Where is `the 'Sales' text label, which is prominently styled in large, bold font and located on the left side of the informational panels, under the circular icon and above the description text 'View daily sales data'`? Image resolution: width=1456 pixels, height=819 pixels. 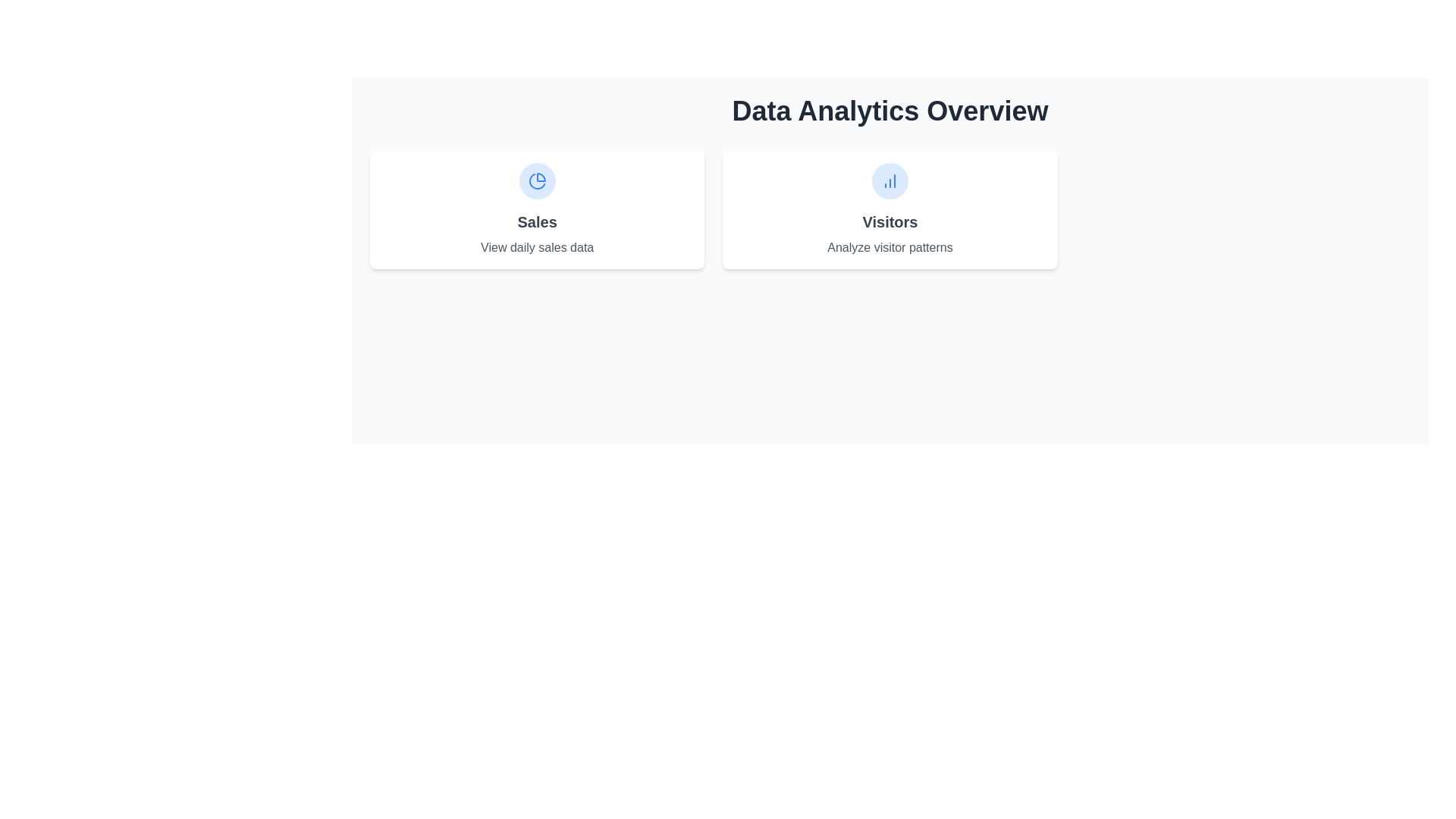
the 'Sales' text label, which is prominently styled in large, bold font and located on the left side of the informational panels, under the circular icon and above the description text 'View daily sales data' is located at coordinates (537, 222).